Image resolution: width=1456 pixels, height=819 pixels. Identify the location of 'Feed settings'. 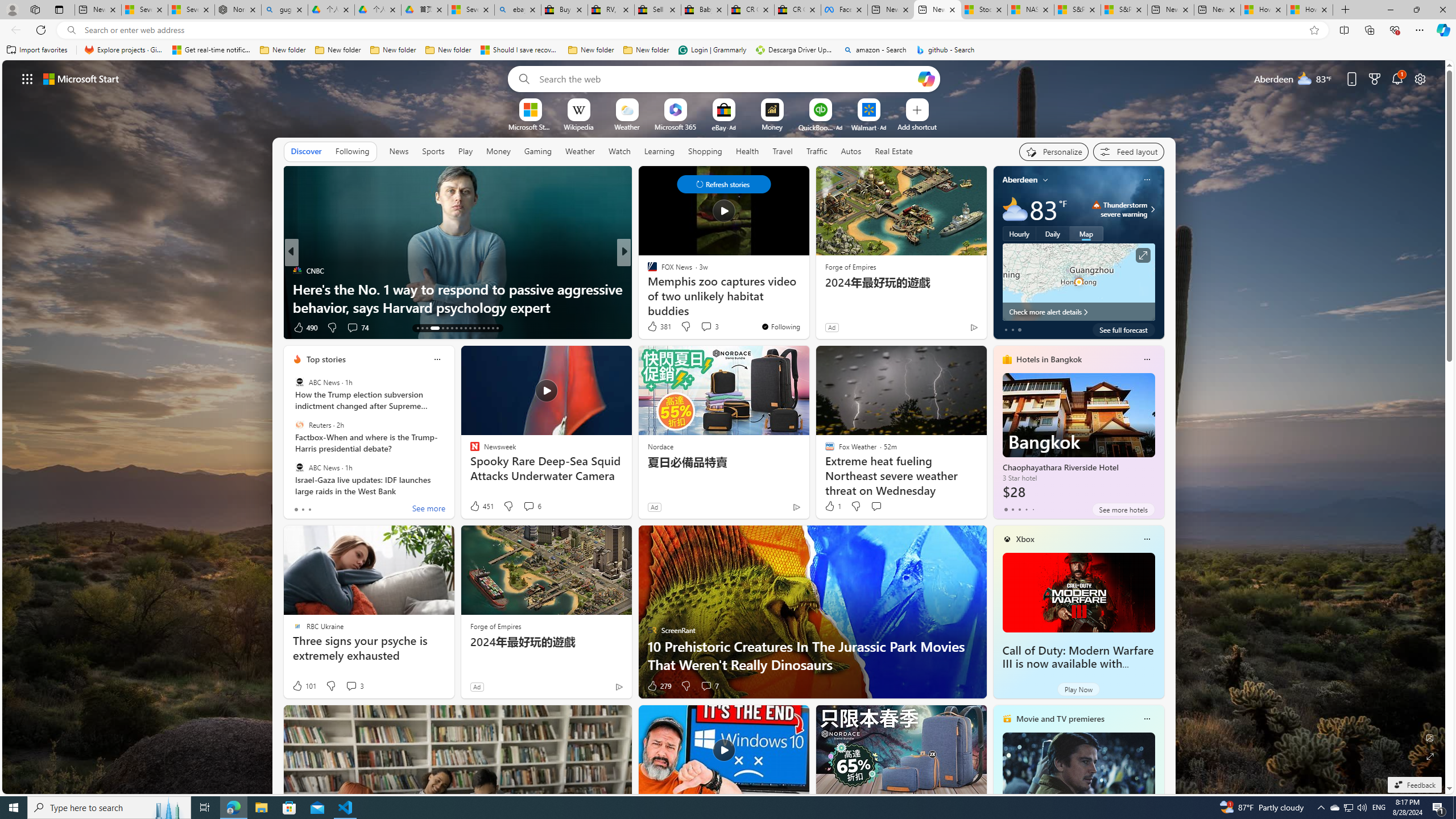
(1128, 152).